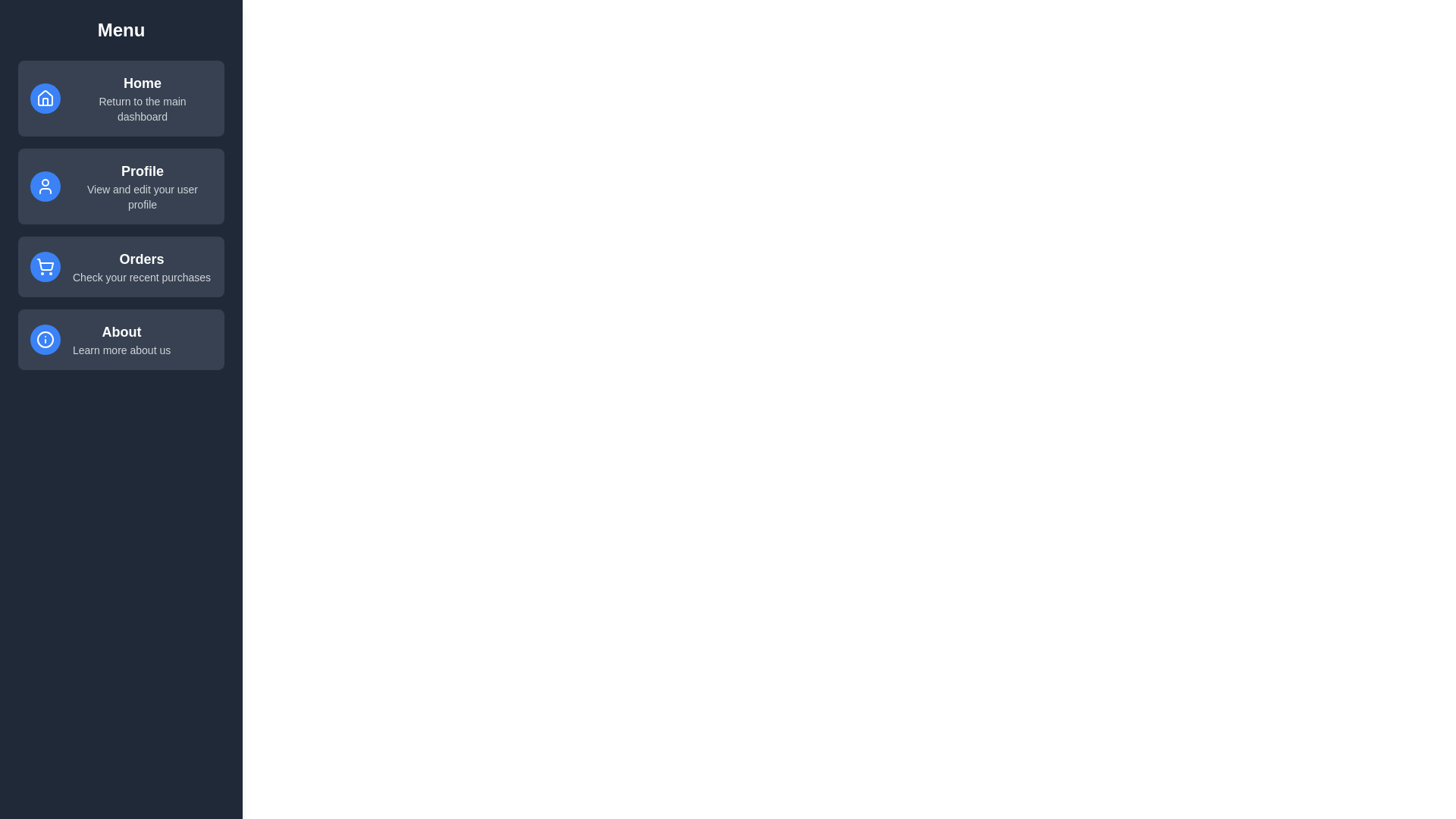 The image size is (1456, 819). I want to click on the menu item labeled Profile to select it, so click(120, 186).